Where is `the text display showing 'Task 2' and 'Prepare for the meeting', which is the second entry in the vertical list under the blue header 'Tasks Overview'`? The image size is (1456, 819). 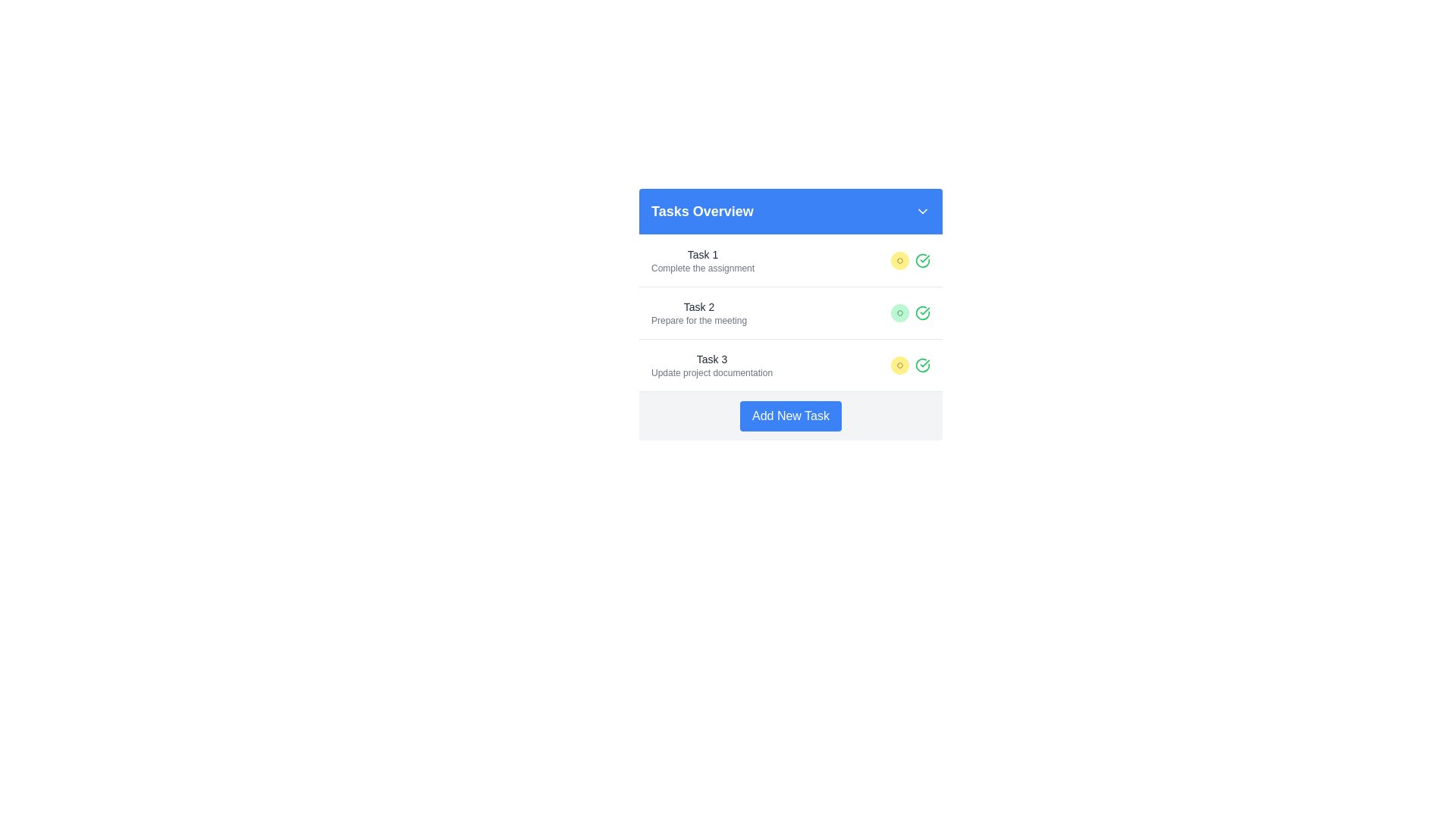
the text display showing 'Task 2' and 'Prepare for the meeting', which is the second entry in the vertical list under the blue header 'Tasks Overview' is located at coordinates (698, 312).